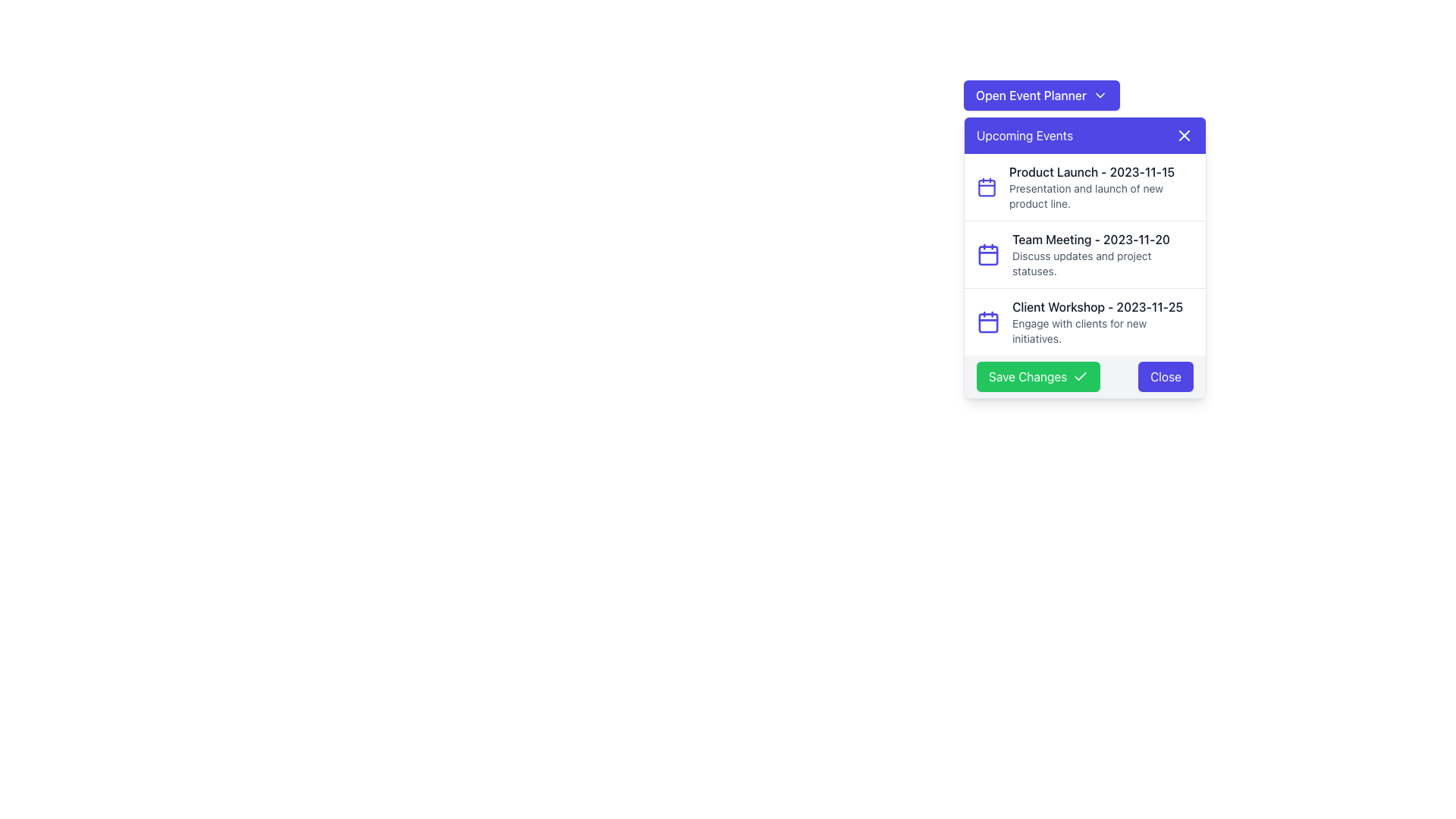  Describe the element at coordinates (1183, 134) in the screenshot. I see `the close button of the 'Upcoming Events' panel` at that location.